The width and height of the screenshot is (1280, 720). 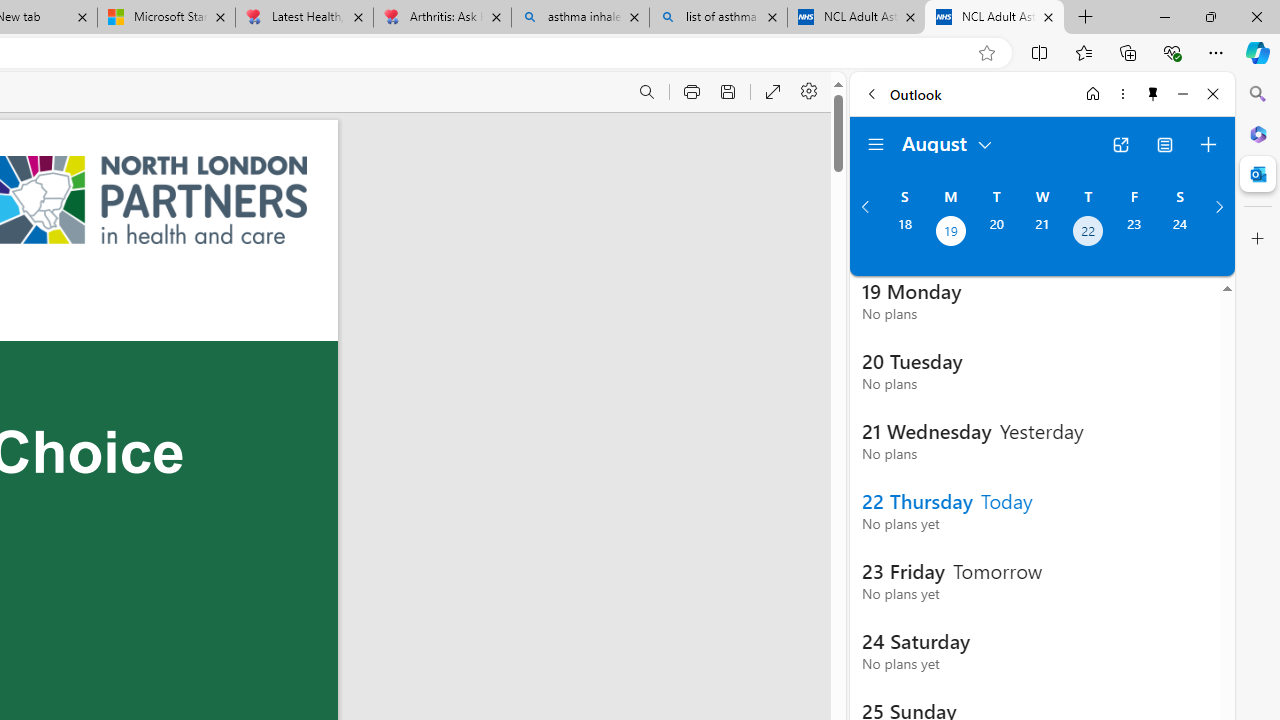 What do you see at coordinates (647, 92) in the screenshot?
I see `'Find (Ctrl + F)'` at bounding box center [647, 92].